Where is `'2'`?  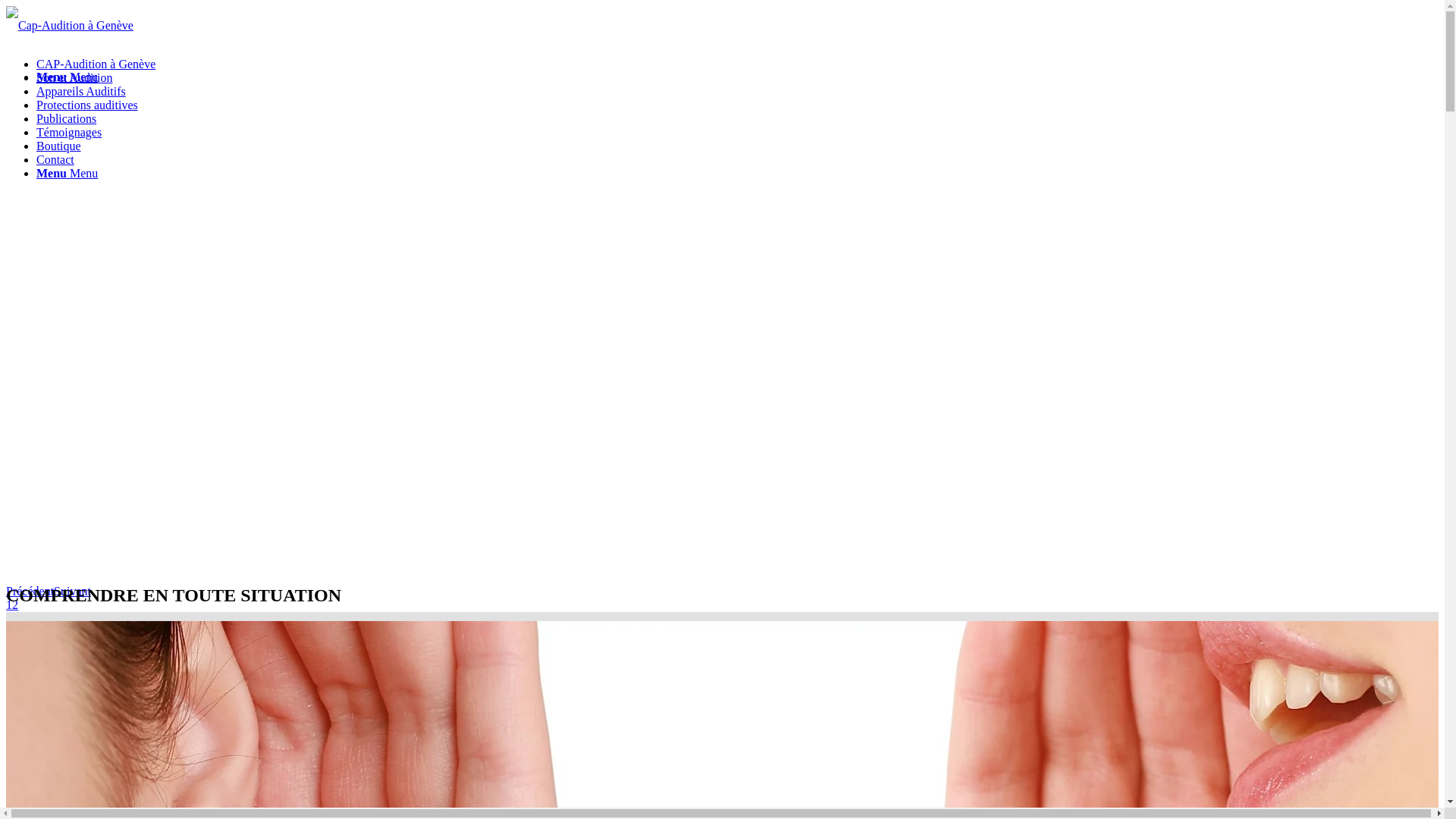 '2' is located at coordinates (14, 604).